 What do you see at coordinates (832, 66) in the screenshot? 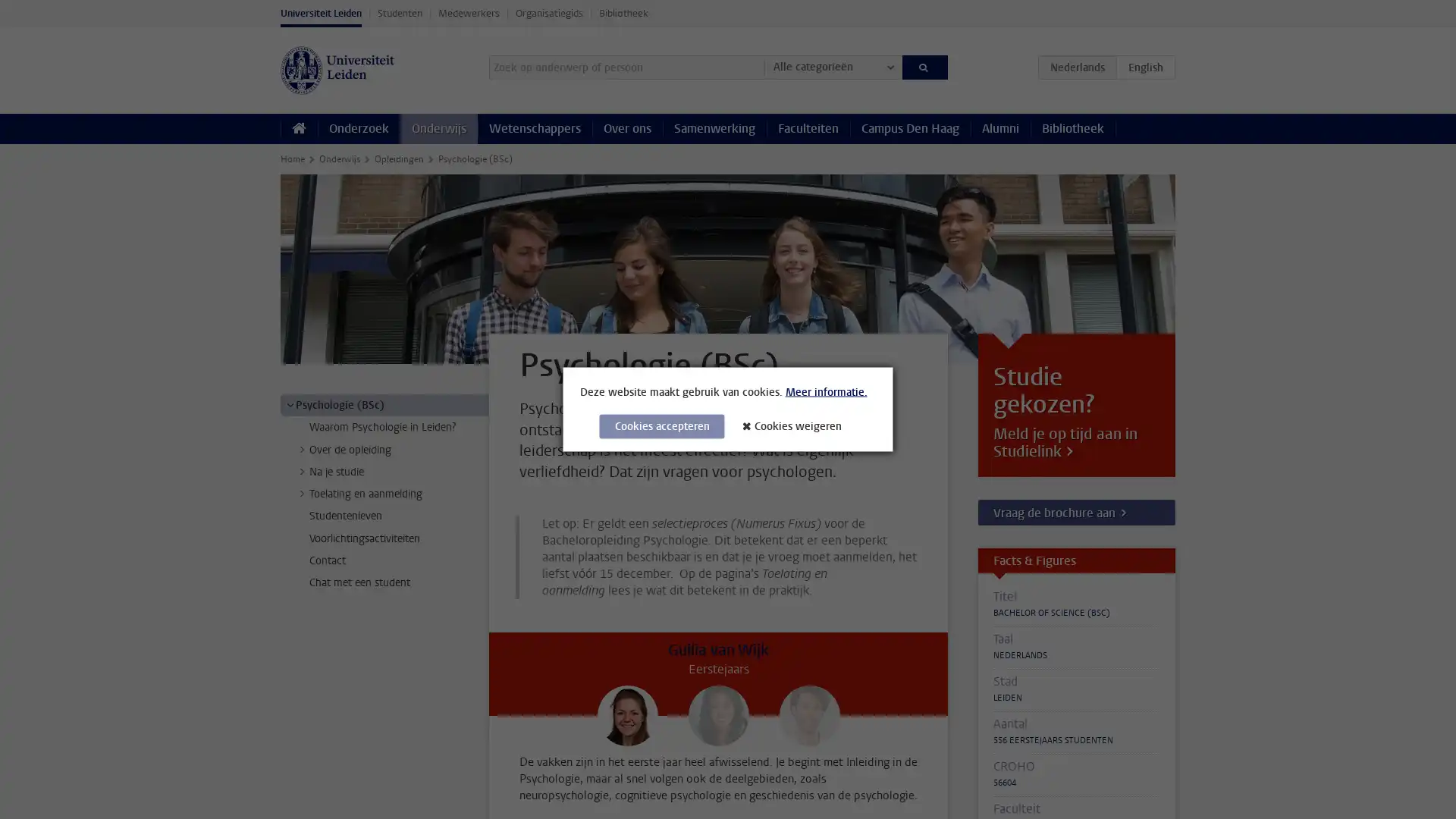
I see `Alle categorieen` at bounding box center [832, 66].